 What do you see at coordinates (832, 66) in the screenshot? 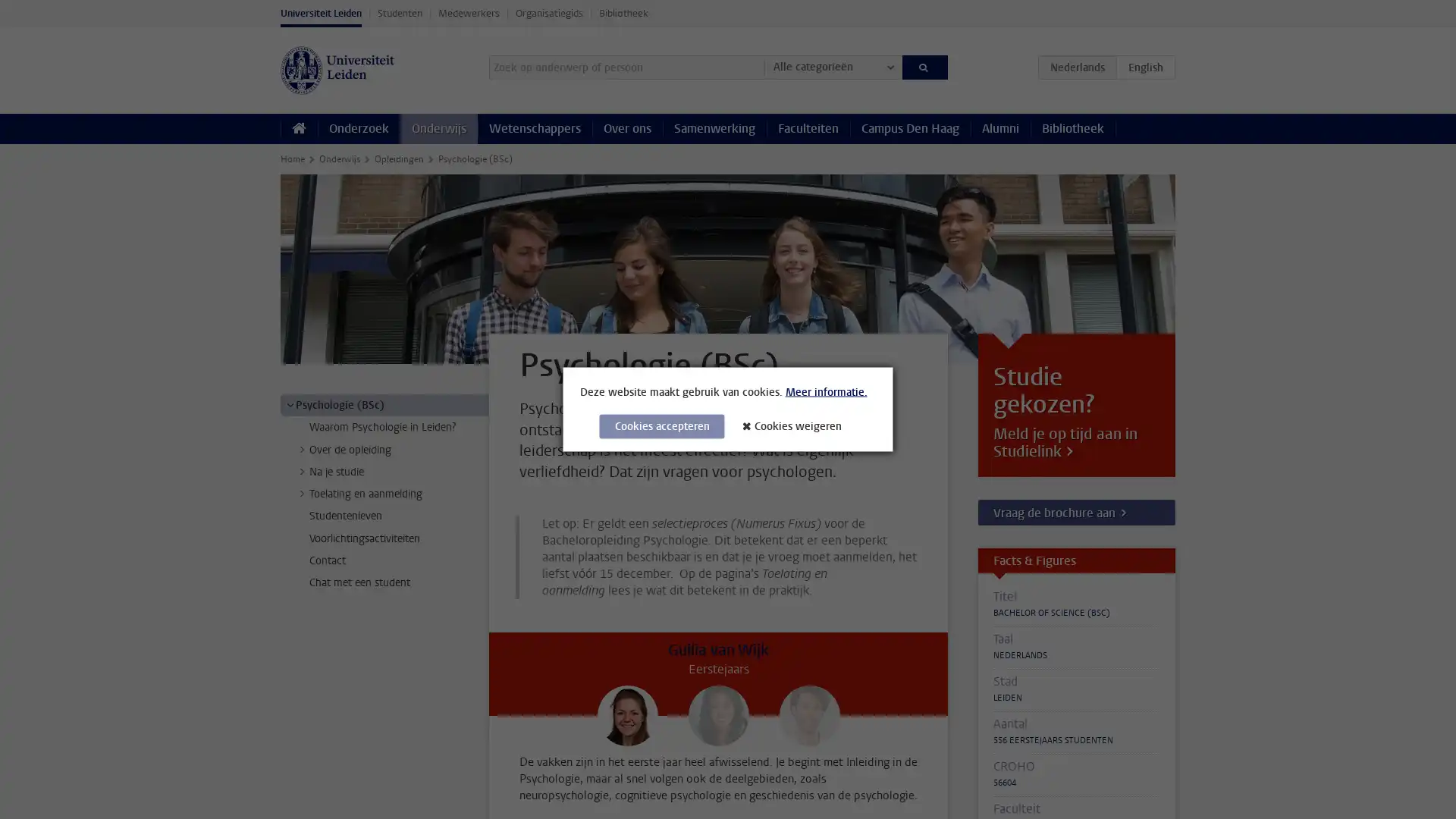
I see `Alle categorieen` at bounding box center [832, 66].